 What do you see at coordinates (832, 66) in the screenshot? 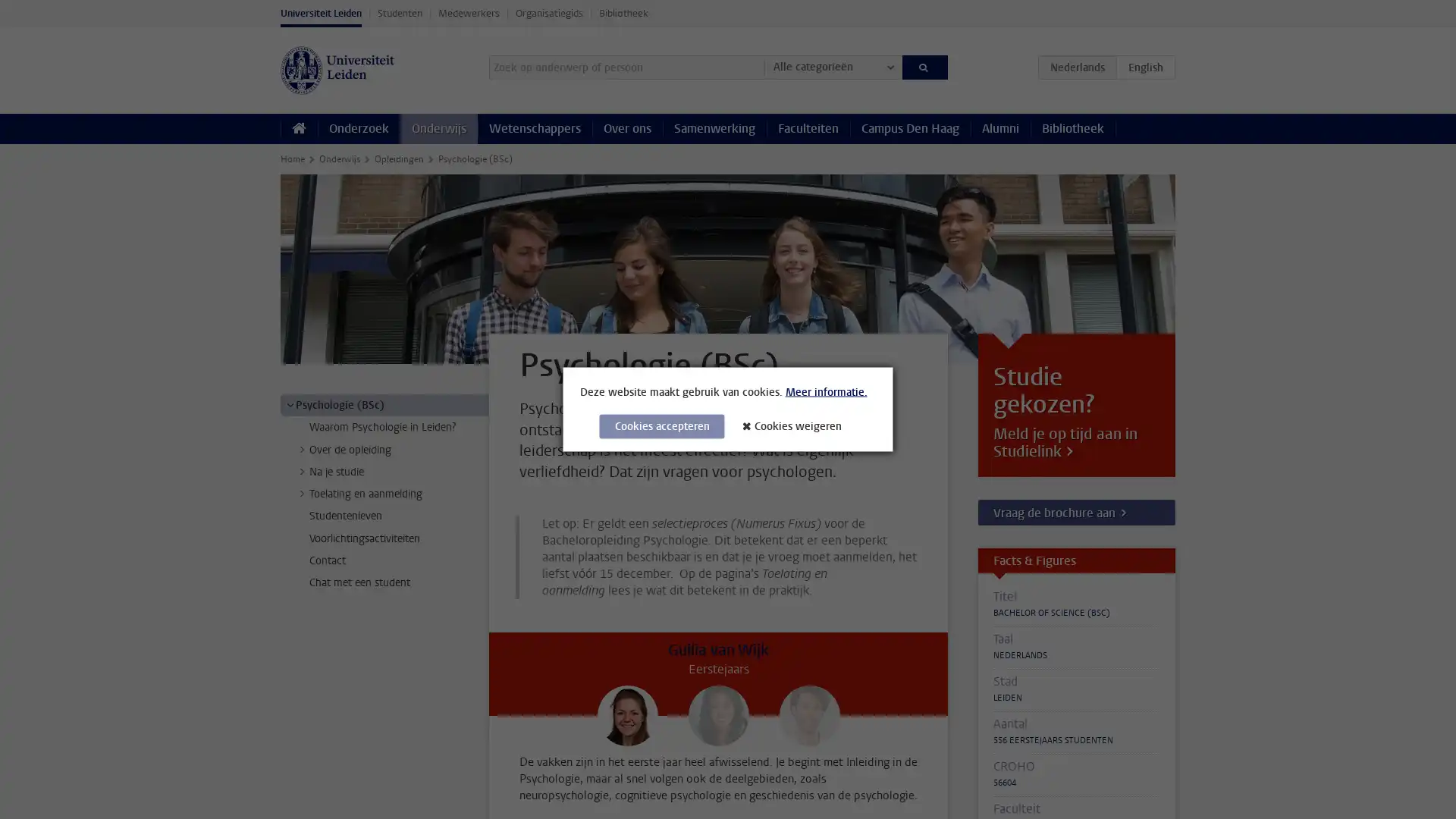
I see `Alle categorieen` at bounding box center [832, 66].